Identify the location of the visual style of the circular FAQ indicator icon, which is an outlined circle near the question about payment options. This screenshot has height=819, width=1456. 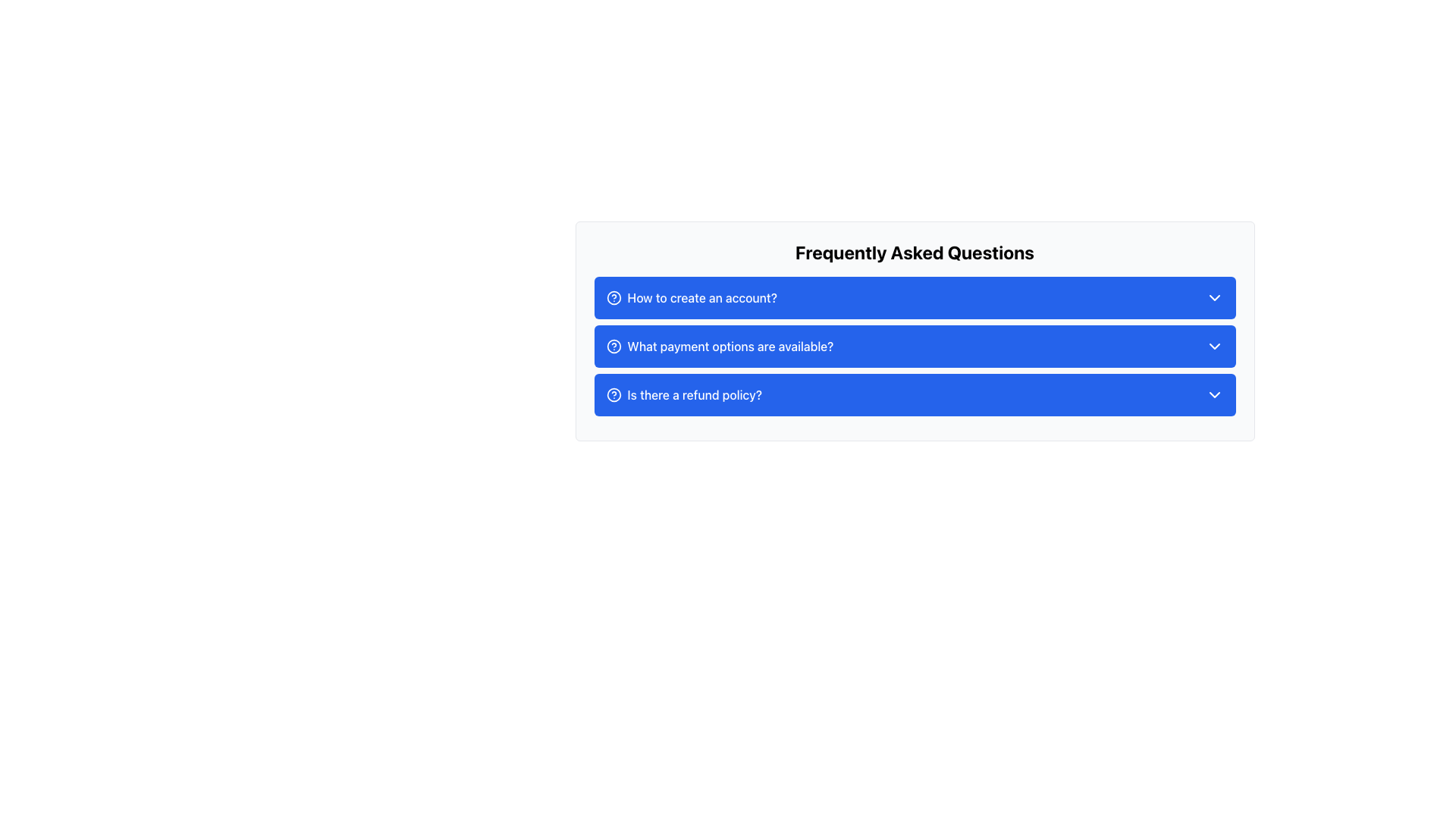
(613, 346).